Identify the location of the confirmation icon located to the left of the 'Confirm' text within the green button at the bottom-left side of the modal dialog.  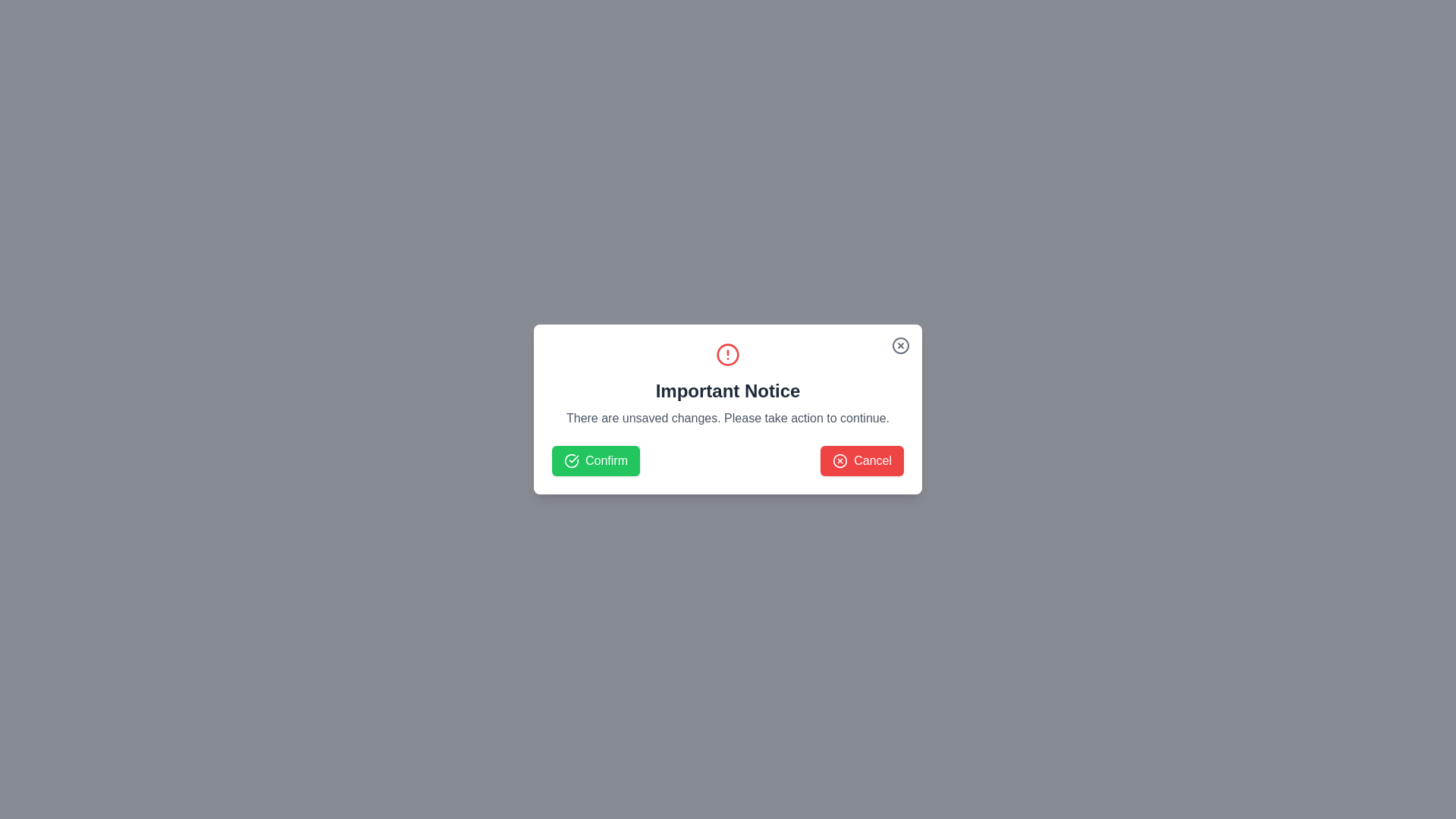
(570, 460).